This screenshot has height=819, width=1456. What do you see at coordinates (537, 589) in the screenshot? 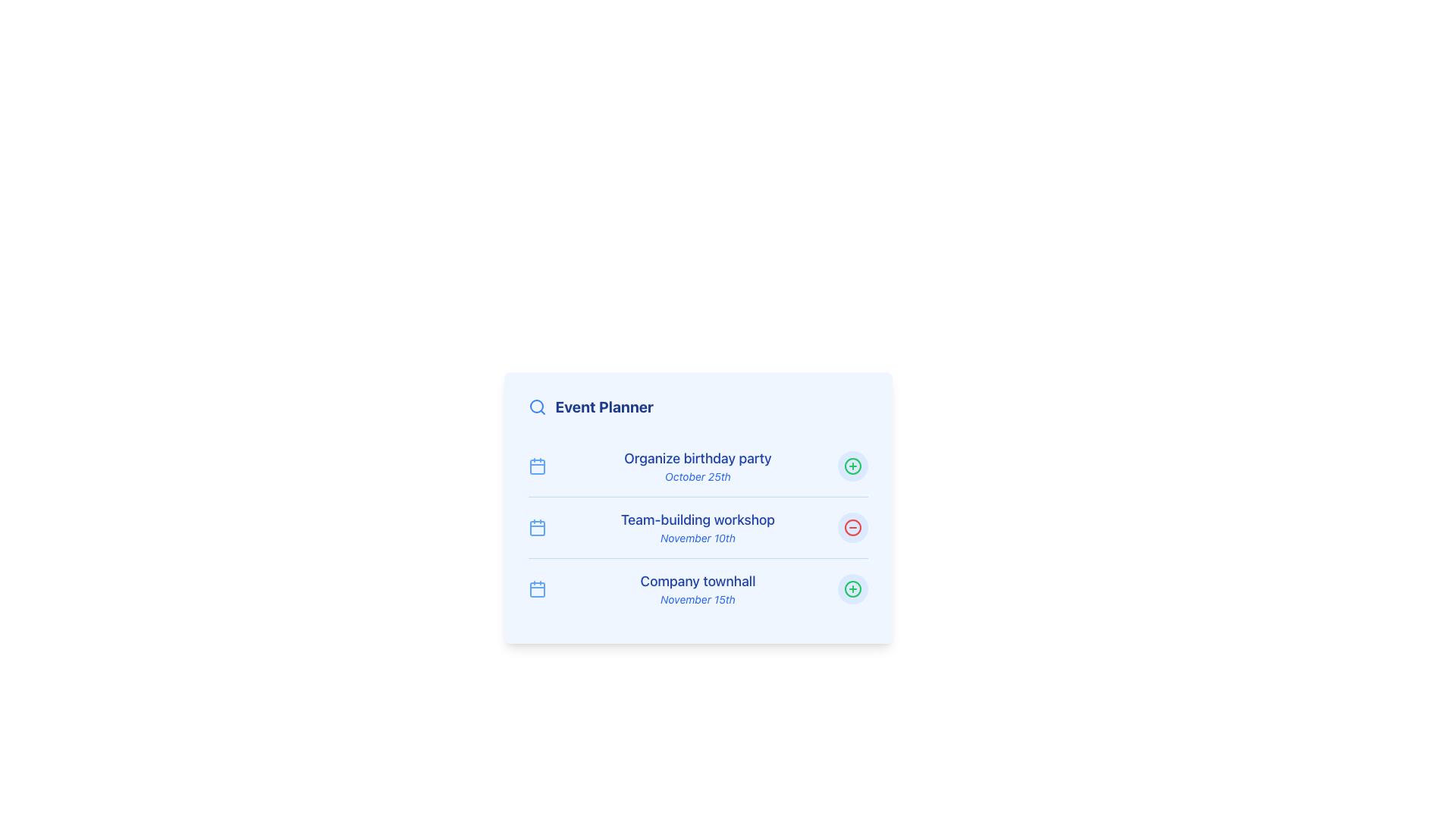
I see `the decorative shape within the SVG that visually represents the third calendar icon for the 'Company townhall' event` at bounding box center [537, 589].